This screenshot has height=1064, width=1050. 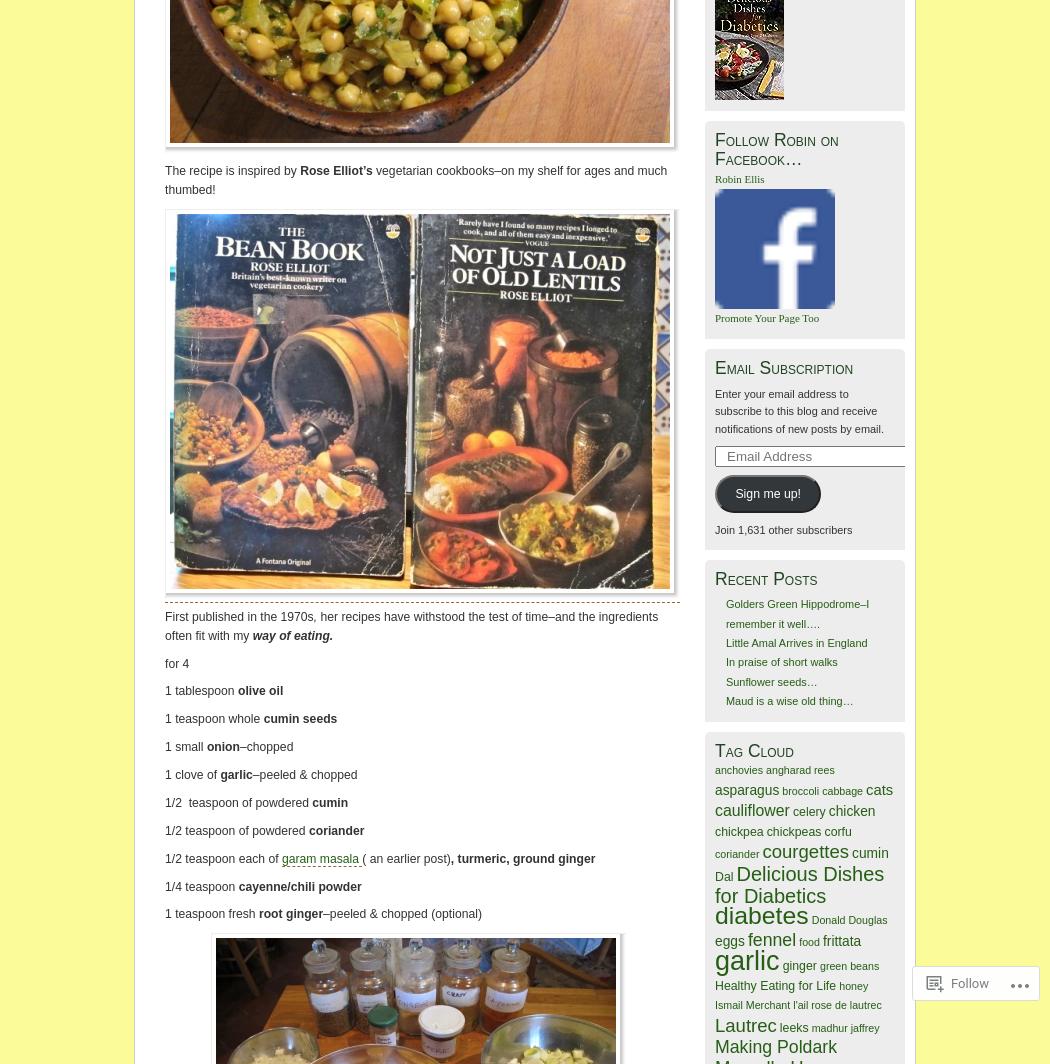 What do you see at coordinates (722, 875) in the screenshot?
I see `'Dal'` at bounding box center [722, 875].